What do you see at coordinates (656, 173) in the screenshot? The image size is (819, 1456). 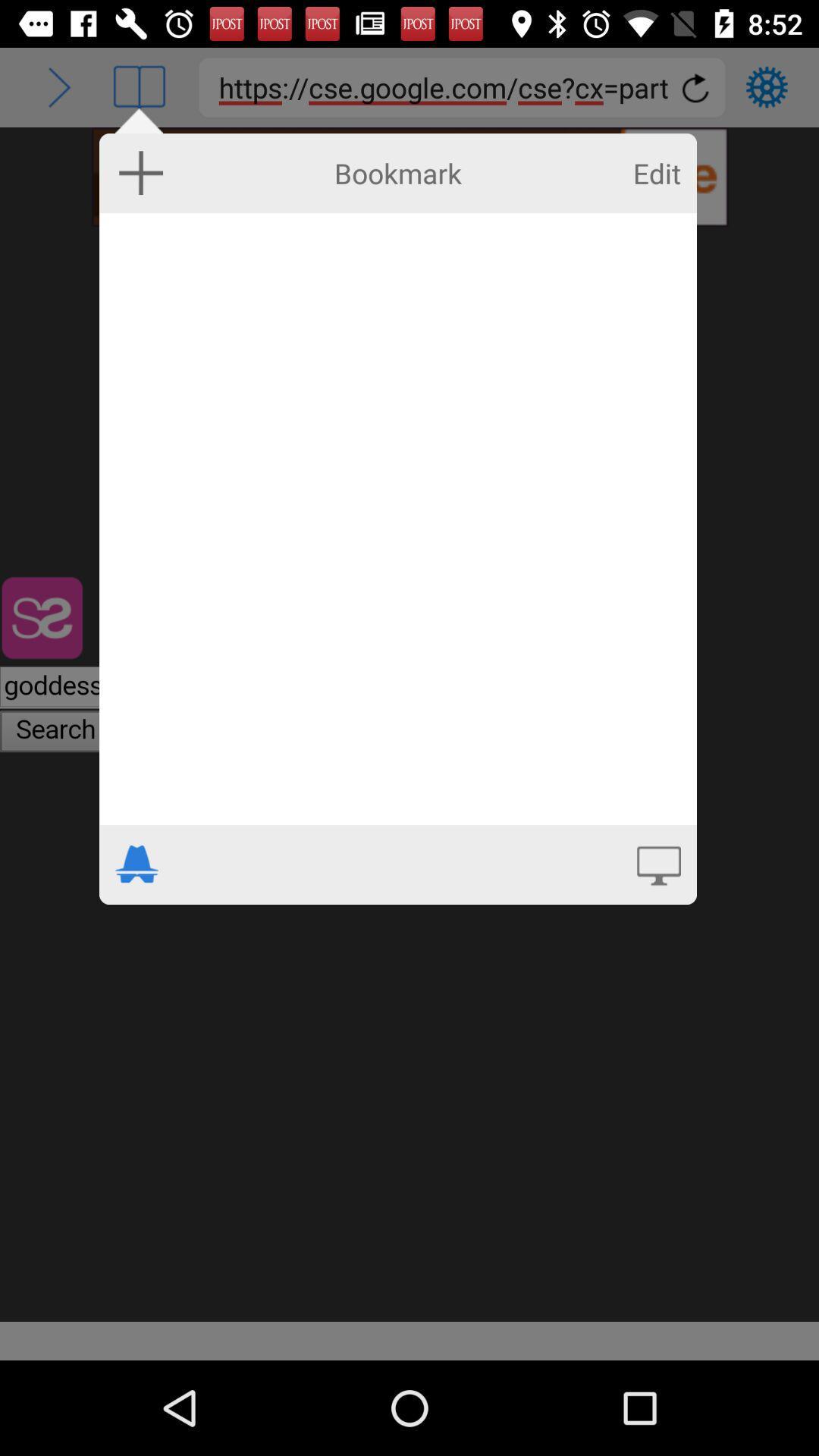 I see `the item next to bookmark item` at bounding box center [656, 173].